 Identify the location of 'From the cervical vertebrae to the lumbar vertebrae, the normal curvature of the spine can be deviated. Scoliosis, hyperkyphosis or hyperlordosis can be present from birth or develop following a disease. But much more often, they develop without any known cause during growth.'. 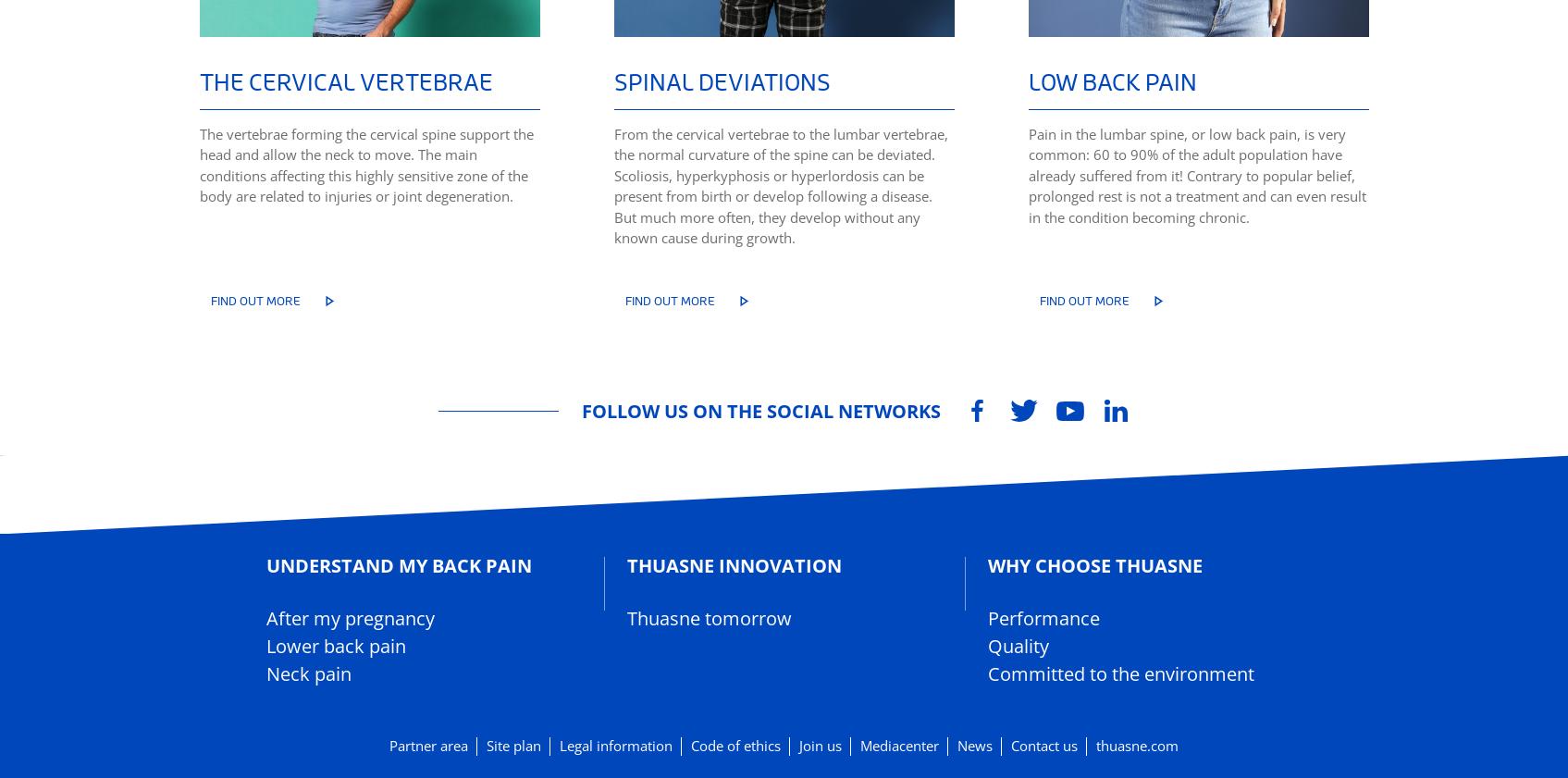
(780, 184).